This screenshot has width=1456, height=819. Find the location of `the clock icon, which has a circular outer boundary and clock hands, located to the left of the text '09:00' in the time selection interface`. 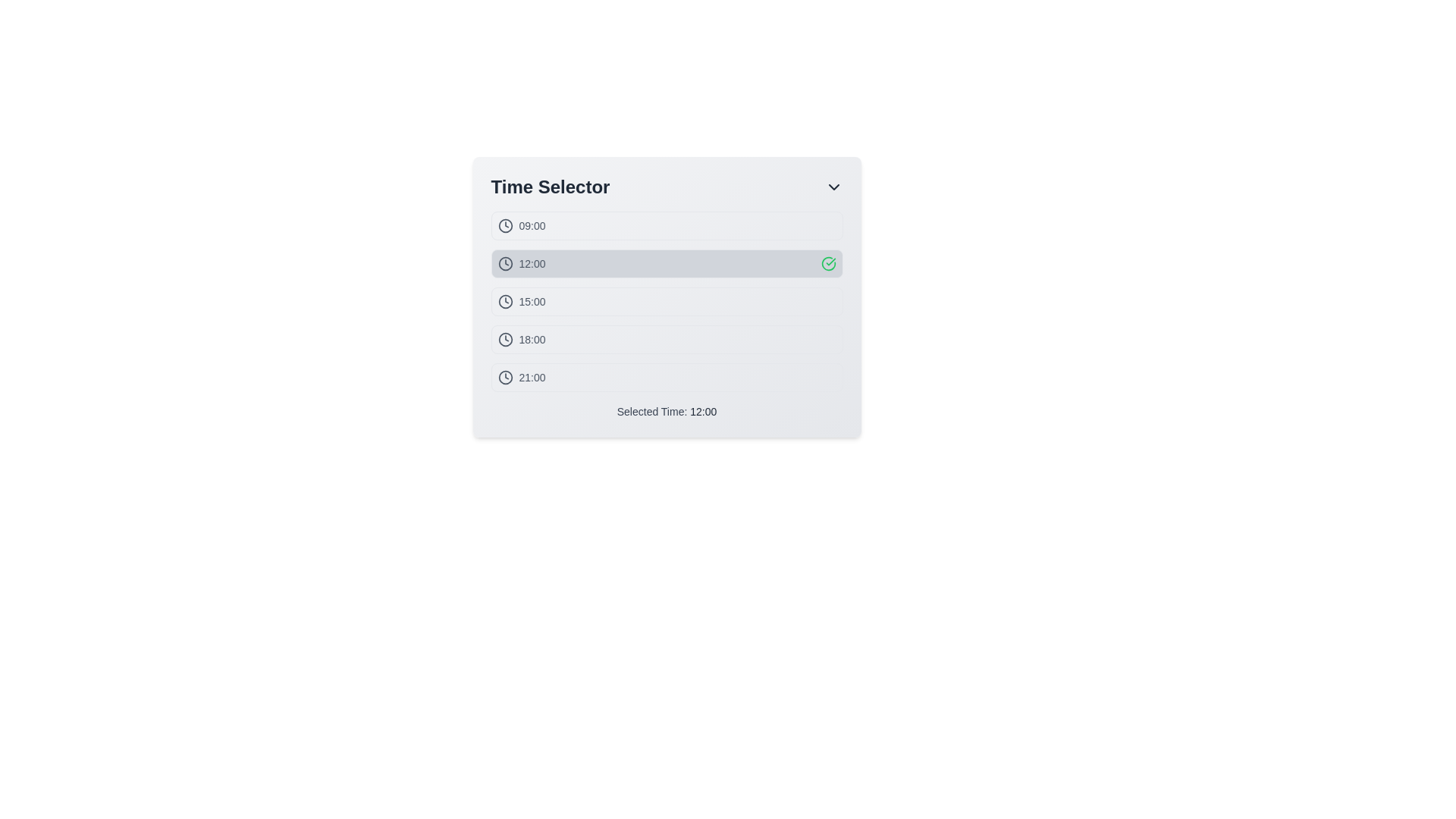

the clock icon, which has a circular outer boundary and clock hands, located to the left of the text '09:00' in the time selection interface is located at coordinates (505, 225).